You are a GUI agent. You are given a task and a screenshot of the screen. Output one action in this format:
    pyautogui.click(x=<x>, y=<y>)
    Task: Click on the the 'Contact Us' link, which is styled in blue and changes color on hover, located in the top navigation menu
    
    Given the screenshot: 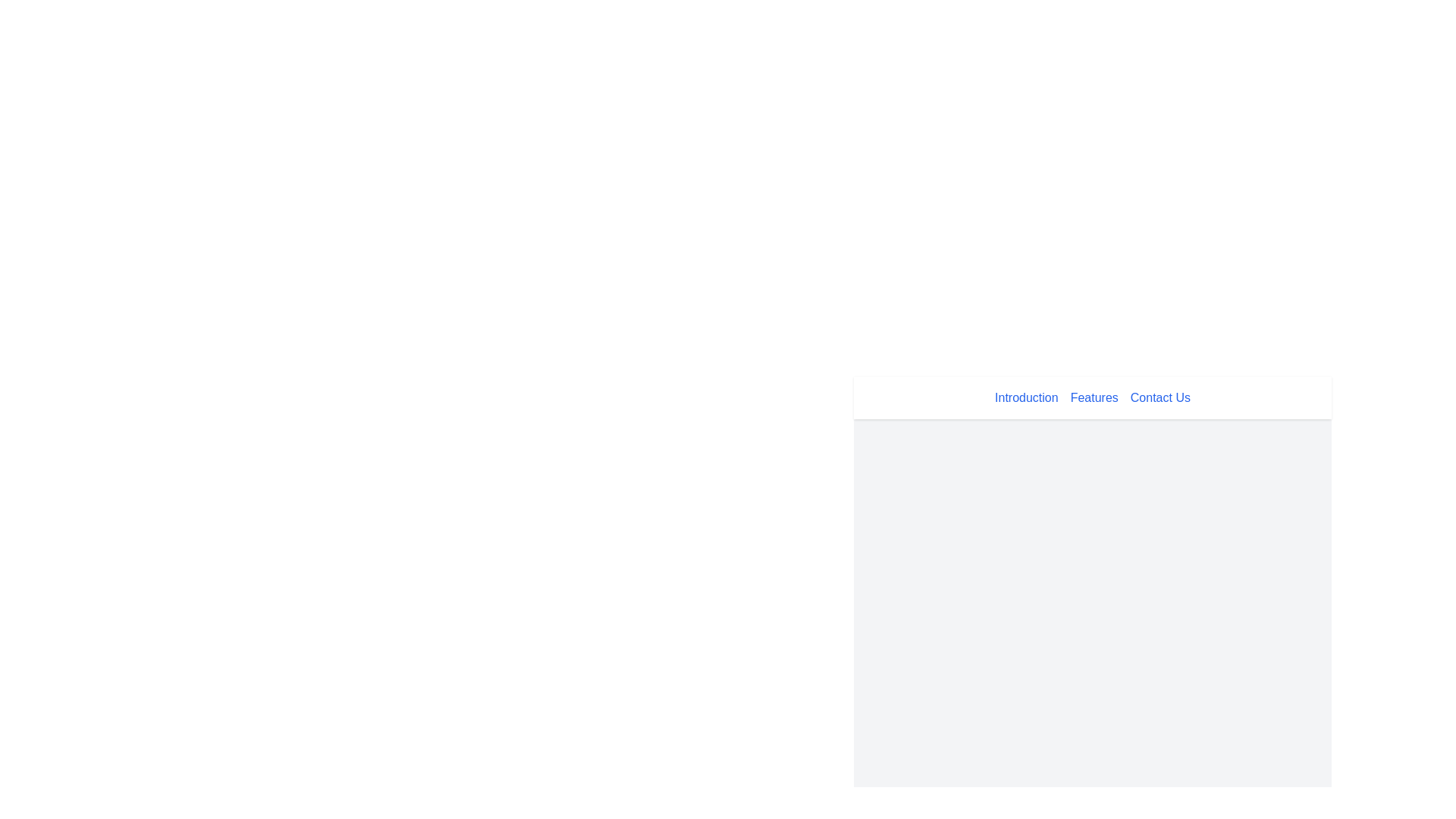 What is the action you would take?
    pyautogui.click(x=1159, y=397)
    